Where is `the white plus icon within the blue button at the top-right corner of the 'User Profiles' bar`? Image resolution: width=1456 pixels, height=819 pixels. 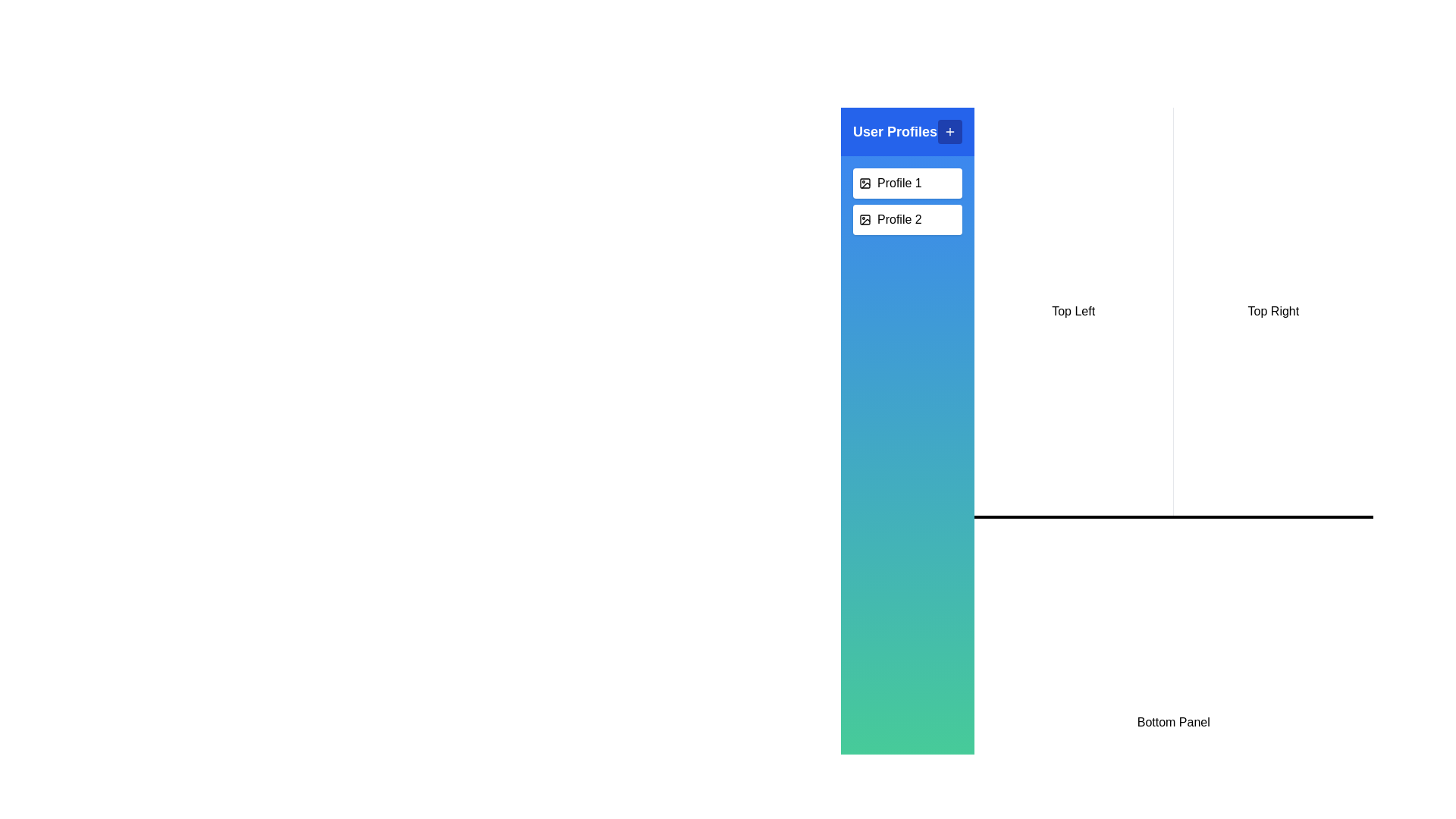 the white plus icon within the blue button at the top-right corner of the 'User Profiles' bar is located at coordinates (949, 130).